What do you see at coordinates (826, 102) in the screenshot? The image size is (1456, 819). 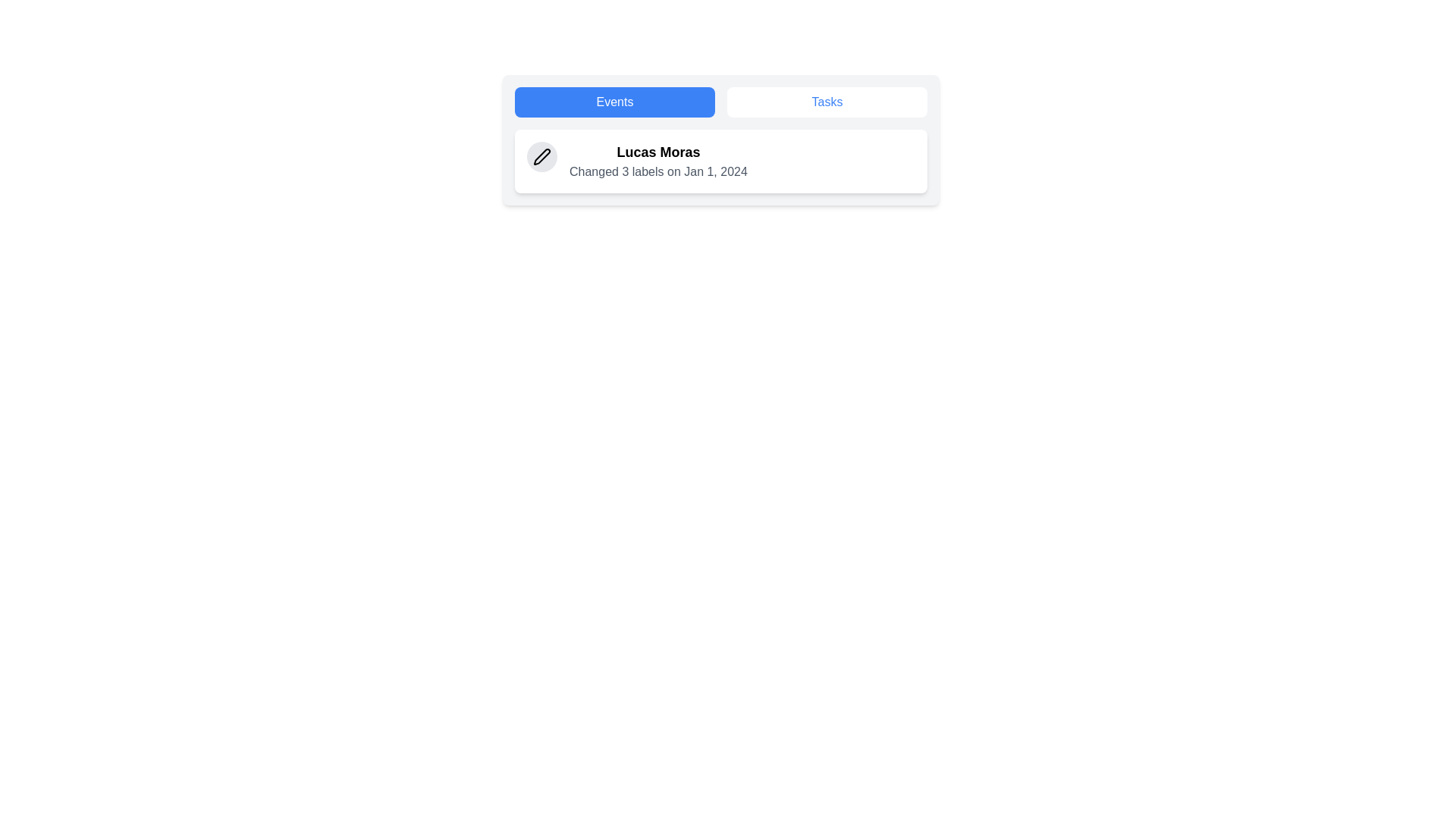 I see `the 'Tasks' button, which is a rectangular button with white background and blue text` at bounding box center [826, 102].